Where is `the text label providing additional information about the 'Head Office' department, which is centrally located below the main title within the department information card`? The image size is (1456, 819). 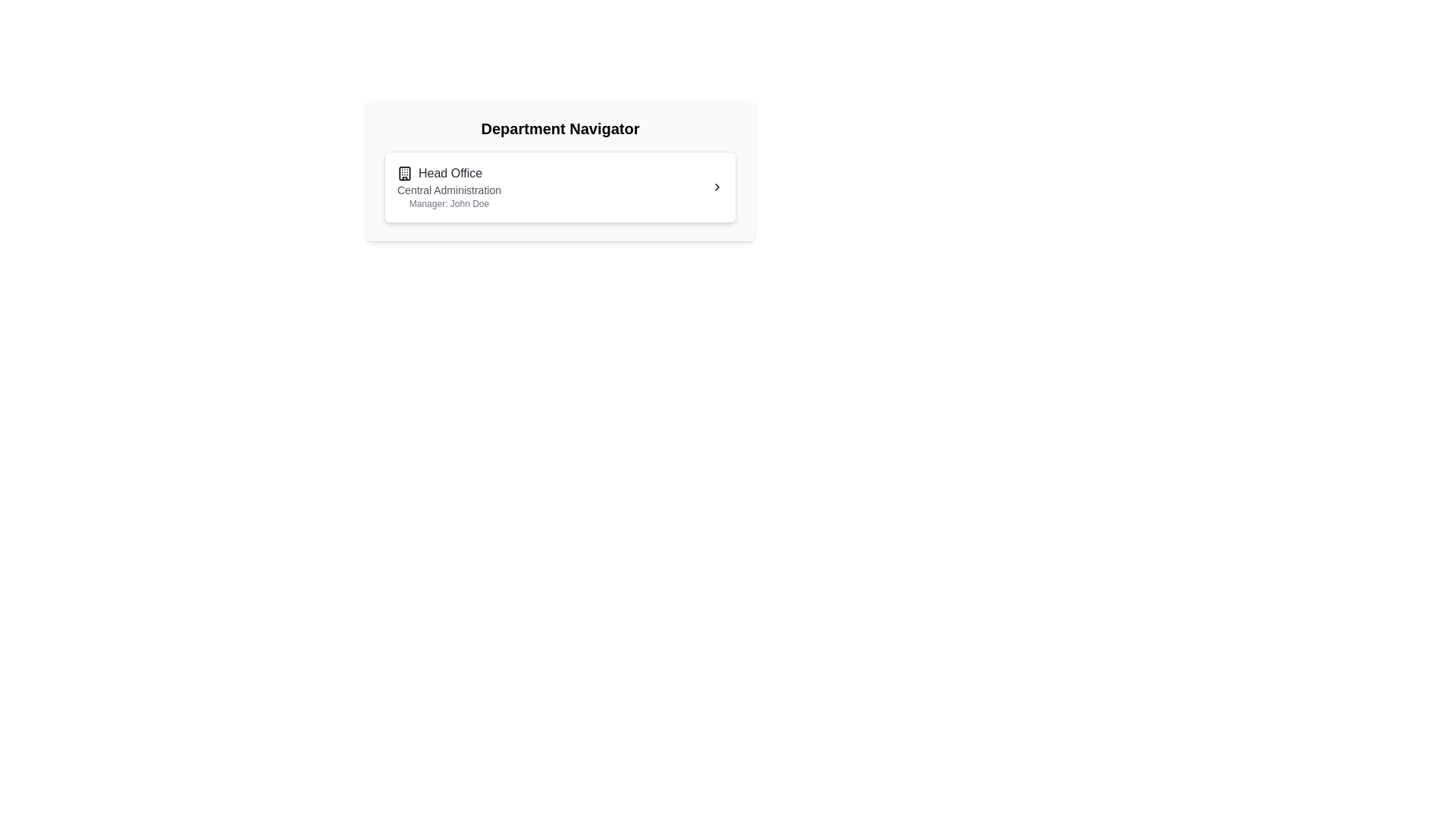
the text label providing additional information about the 'Head Office' department, which is centrally located below the main title within the department information card is located at coordinates (448, 189).